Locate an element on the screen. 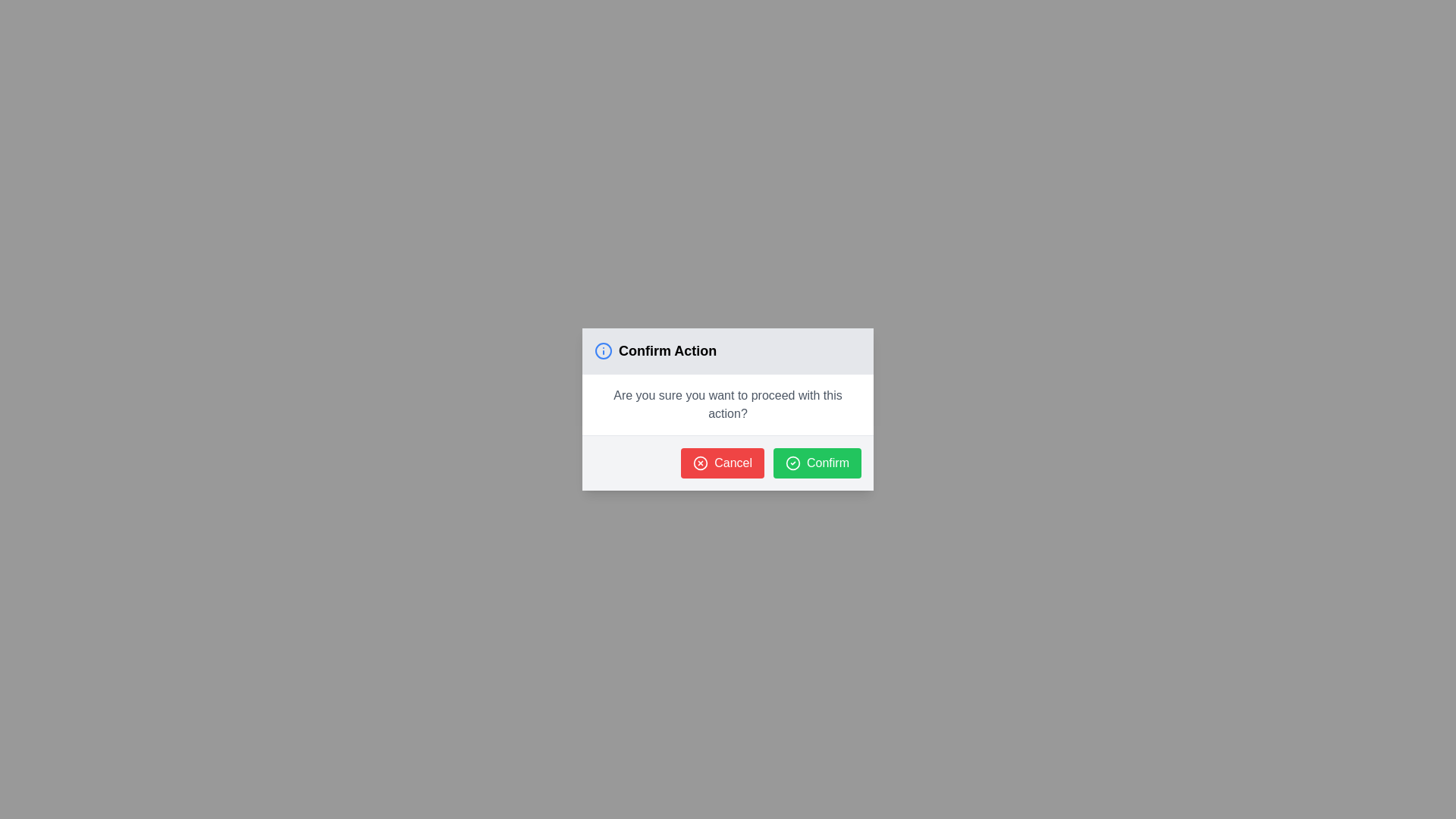  the decorative icon located near the top-left corner of the 'Confirm Action' dialog box is located at coordinates (700, 462).